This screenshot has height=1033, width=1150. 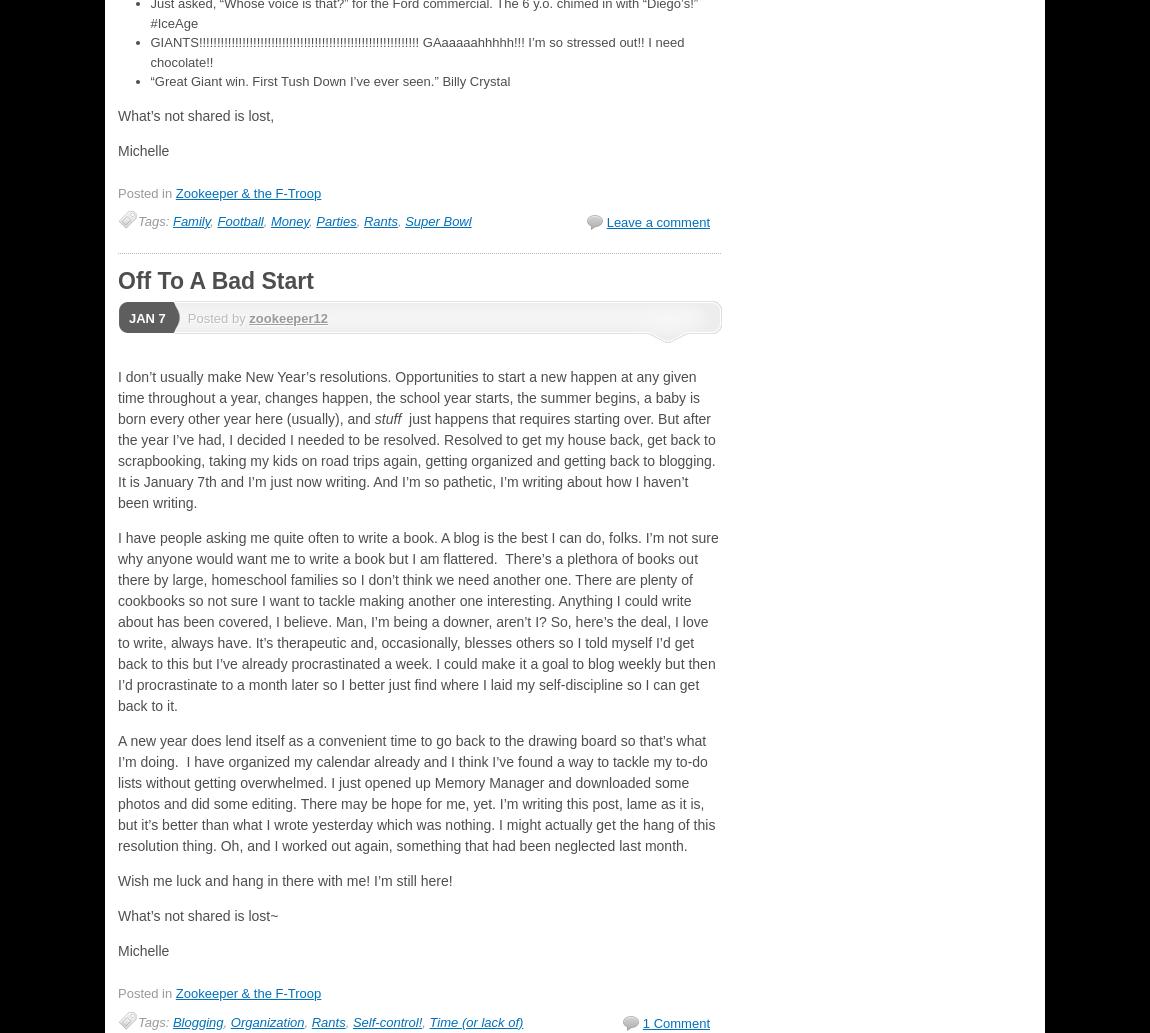 I want to click on 'GIANTS!!!!!!!!!!!!!!!!!!!!!!!!!!!!!!!!!!!!!!!!!!!!!!!!!!!!!!!!!!!!! GAaaaaahhhhh!!! I’m so stressed out!! I need chocolate!!', so click(x=416, y=51).